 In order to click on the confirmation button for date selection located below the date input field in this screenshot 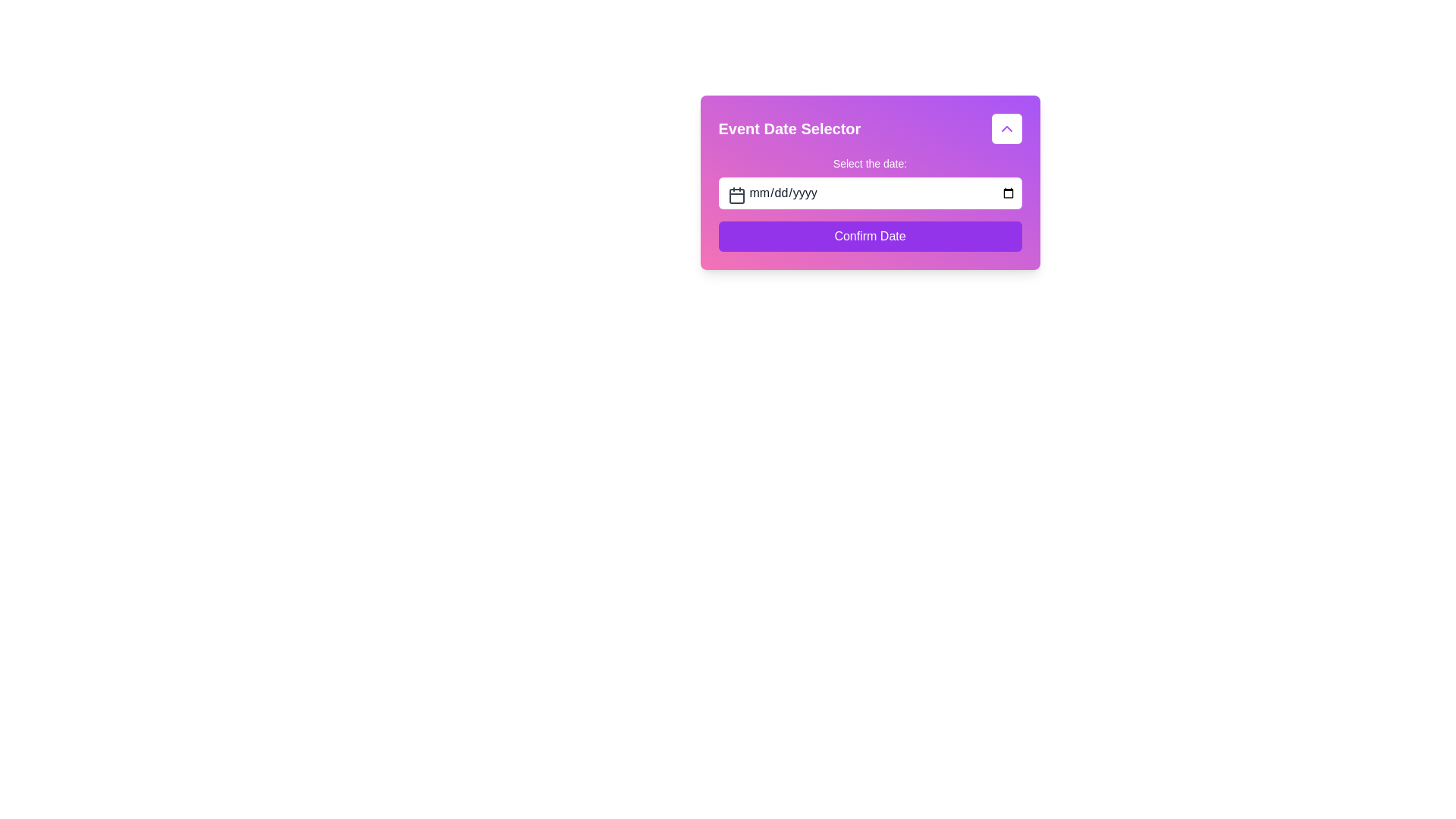, I will do `click(870, 237)`.